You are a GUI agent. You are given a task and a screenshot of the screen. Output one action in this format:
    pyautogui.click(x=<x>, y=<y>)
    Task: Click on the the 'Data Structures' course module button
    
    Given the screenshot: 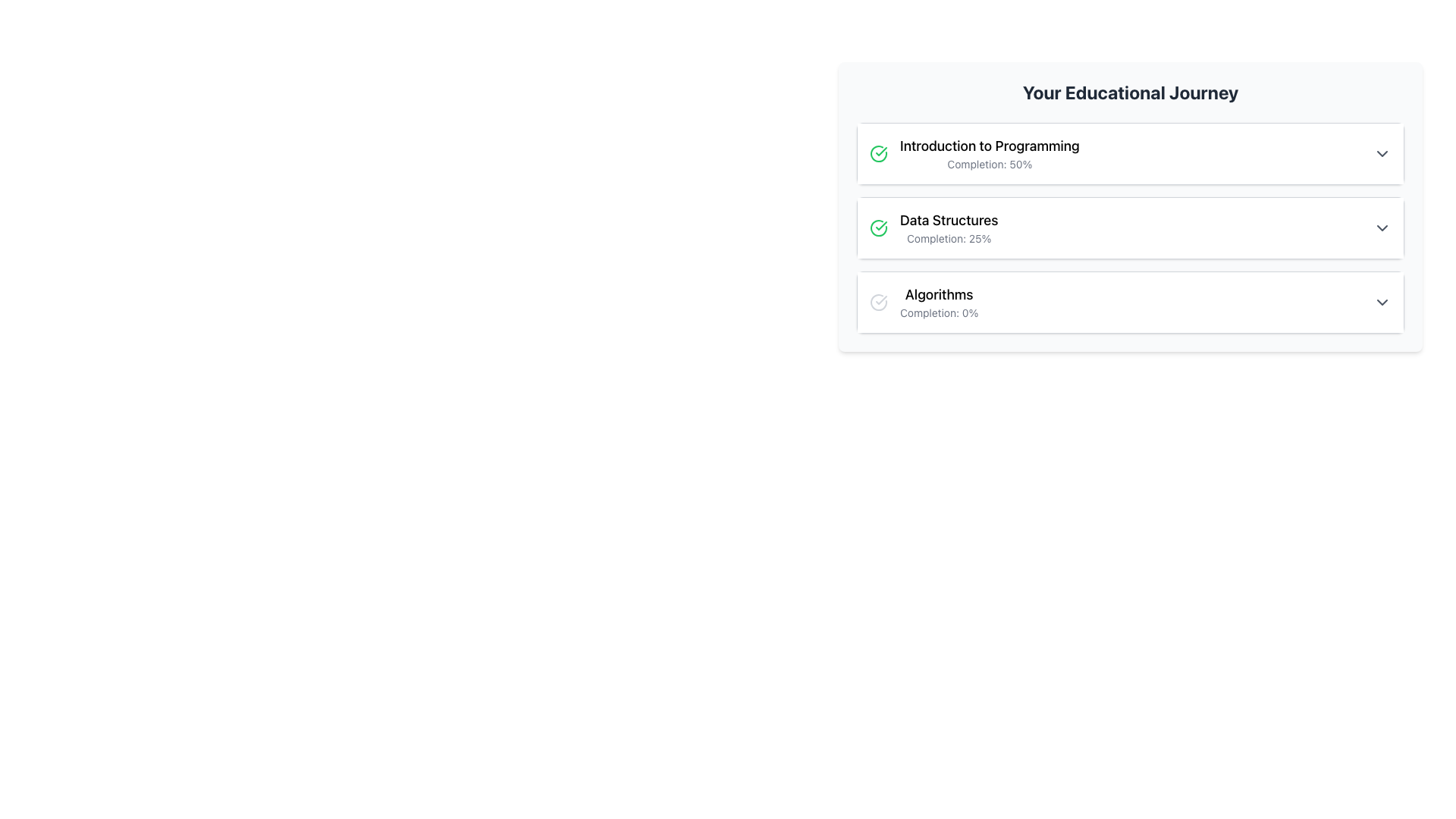 What is the action you would take?
    pyautogui.click(x=1131, y=227)
    